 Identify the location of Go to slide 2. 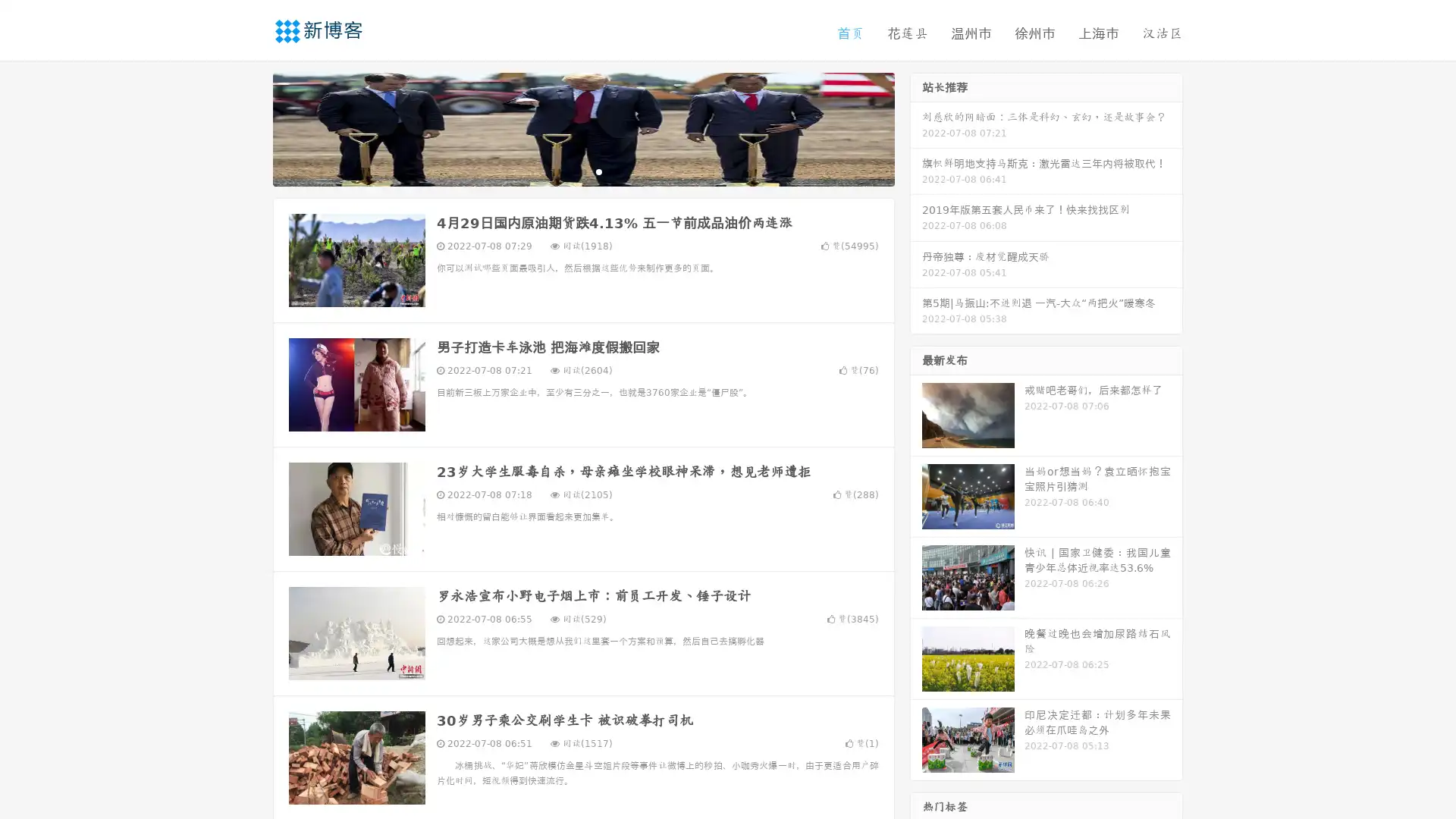
(582, 171).